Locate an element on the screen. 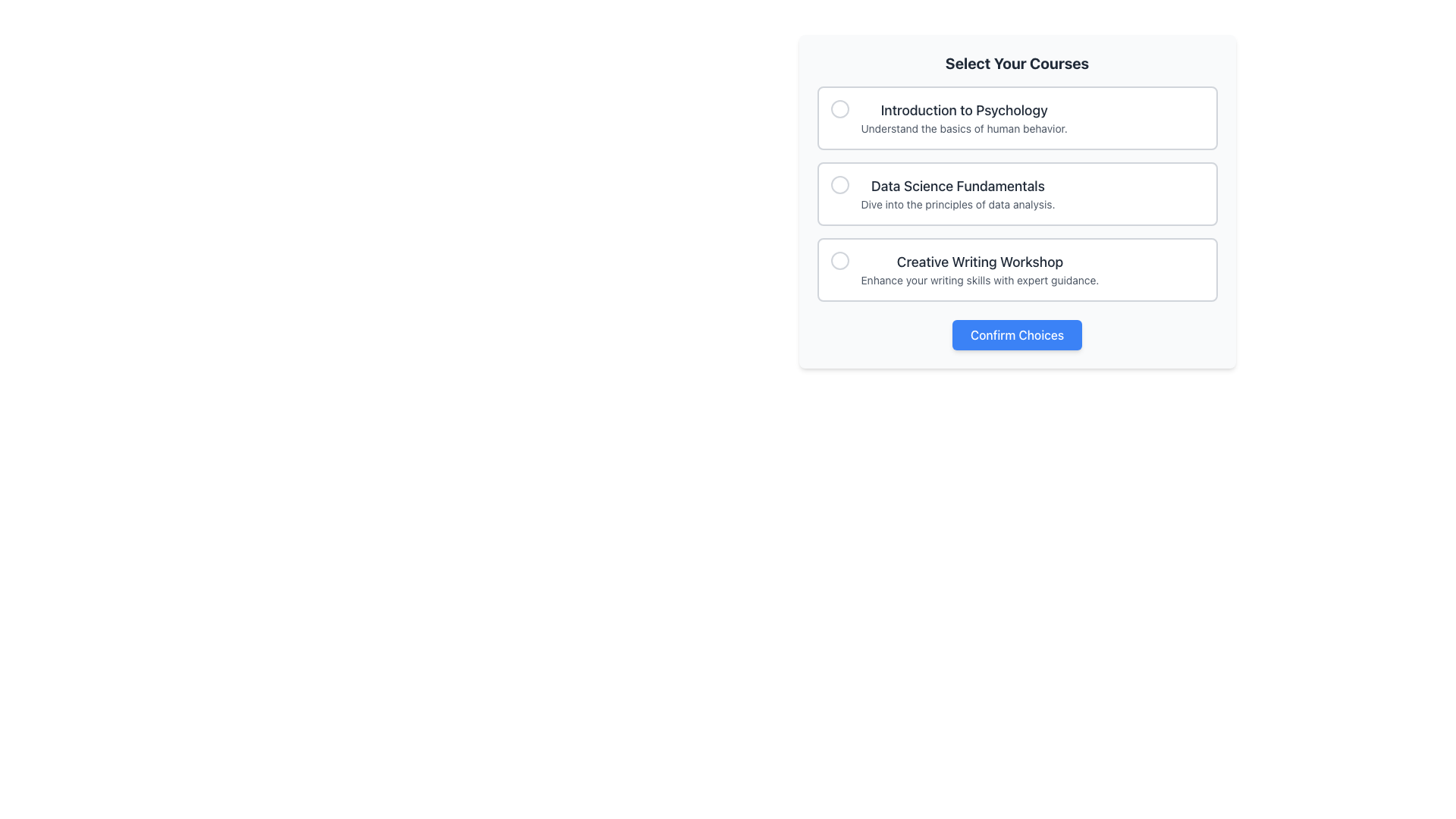 Image resolution: width=1456 pixels, height=819 pixels. the 'Data Science Fundamentals' course option in the list of selectable courses, which is the second item in the vertical list is located at coordinates (957, 193).